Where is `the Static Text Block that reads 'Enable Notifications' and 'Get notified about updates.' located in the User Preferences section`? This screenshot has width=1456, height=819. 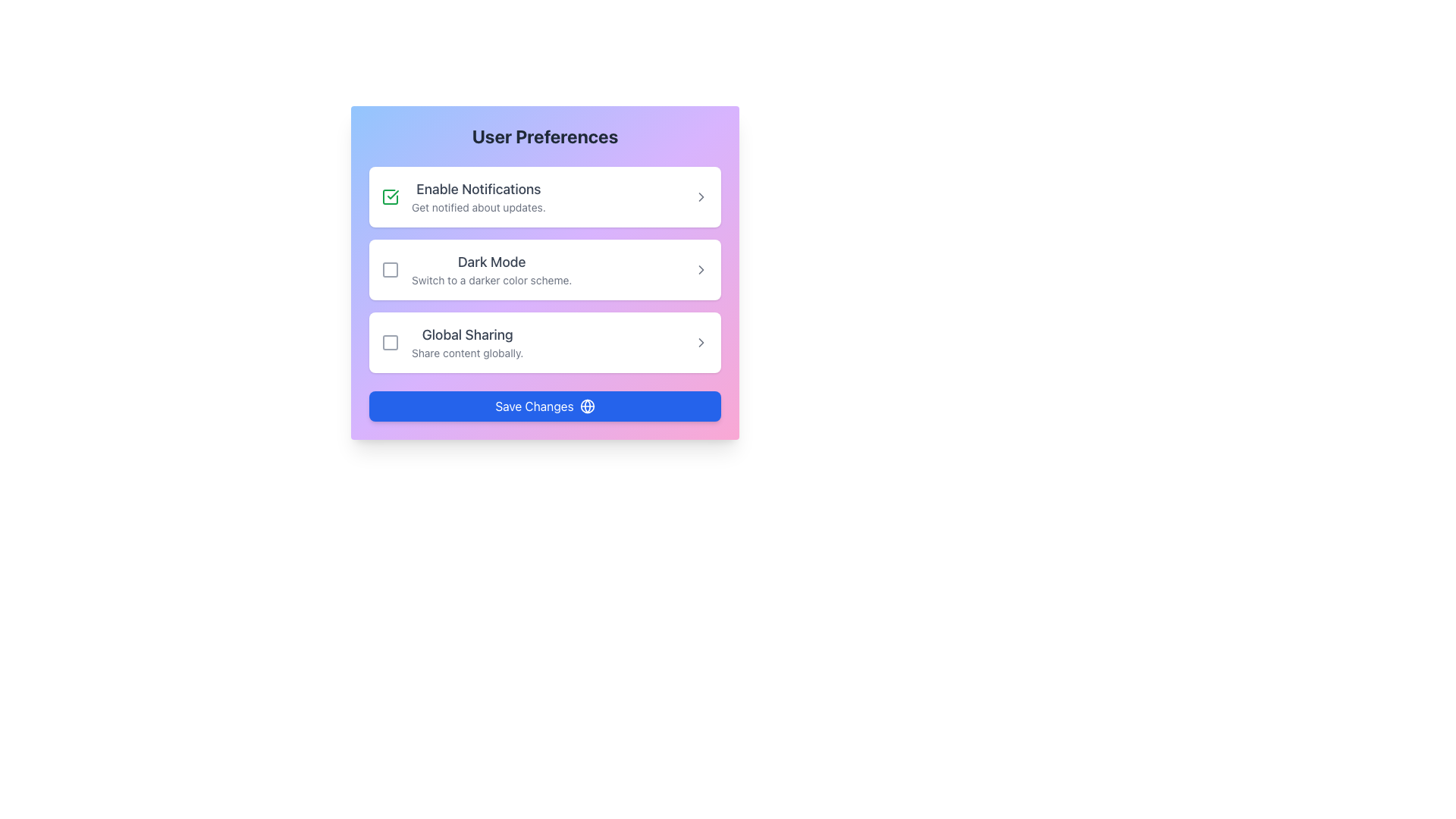 the Static Text Block that reads 'Enable Notifications' and 'Get notified about updates.' located in the User Preferences section is located at coordinates (478, 196).